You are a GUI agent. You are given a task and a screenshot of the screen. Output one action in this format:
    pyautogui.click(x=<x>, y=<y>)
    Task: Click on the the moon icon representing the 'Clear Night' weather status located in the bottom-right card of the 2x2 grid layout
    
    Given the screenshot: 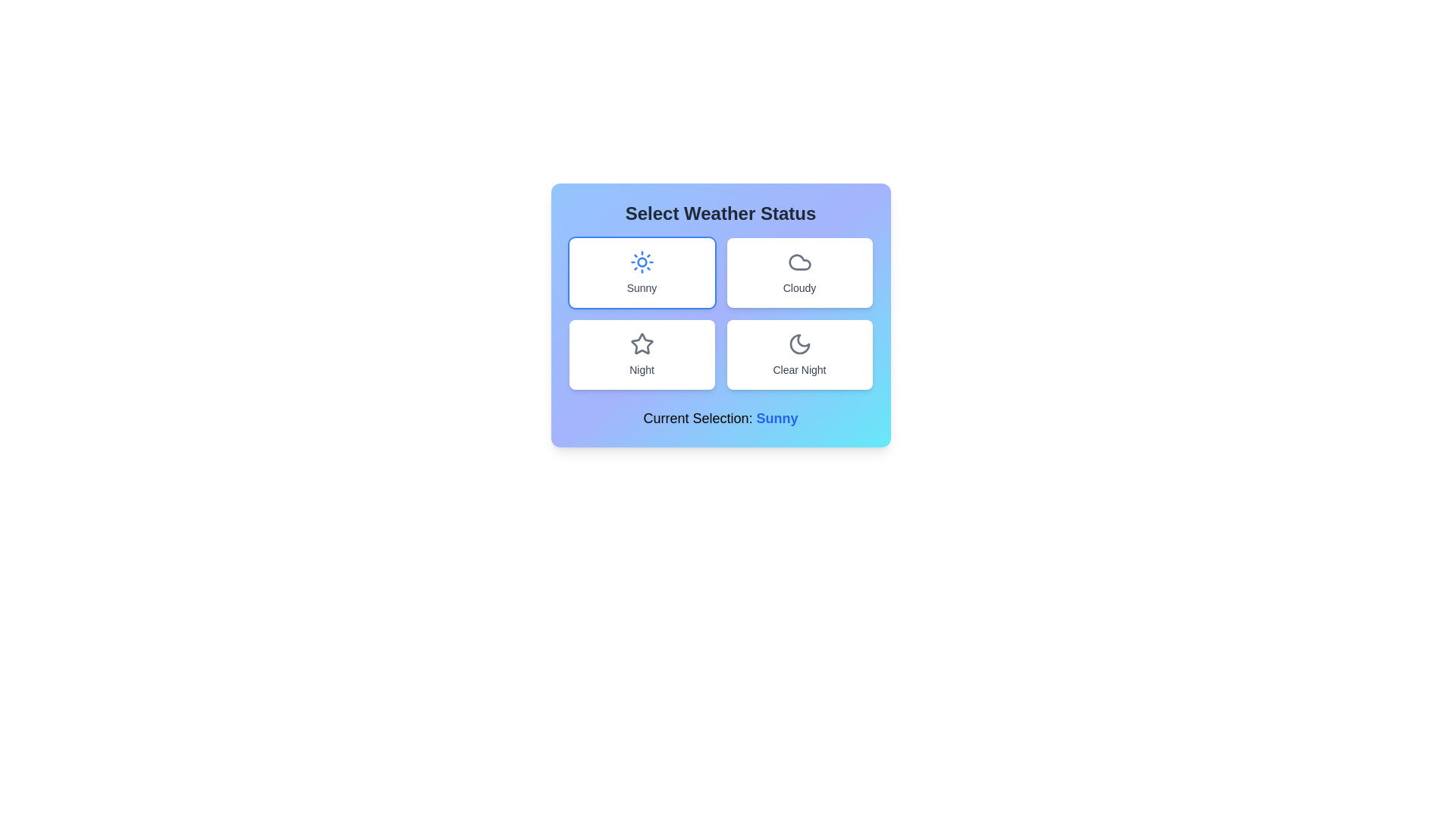 What is the action you would take?
    pyautogui.click(x=799, y=344)
    